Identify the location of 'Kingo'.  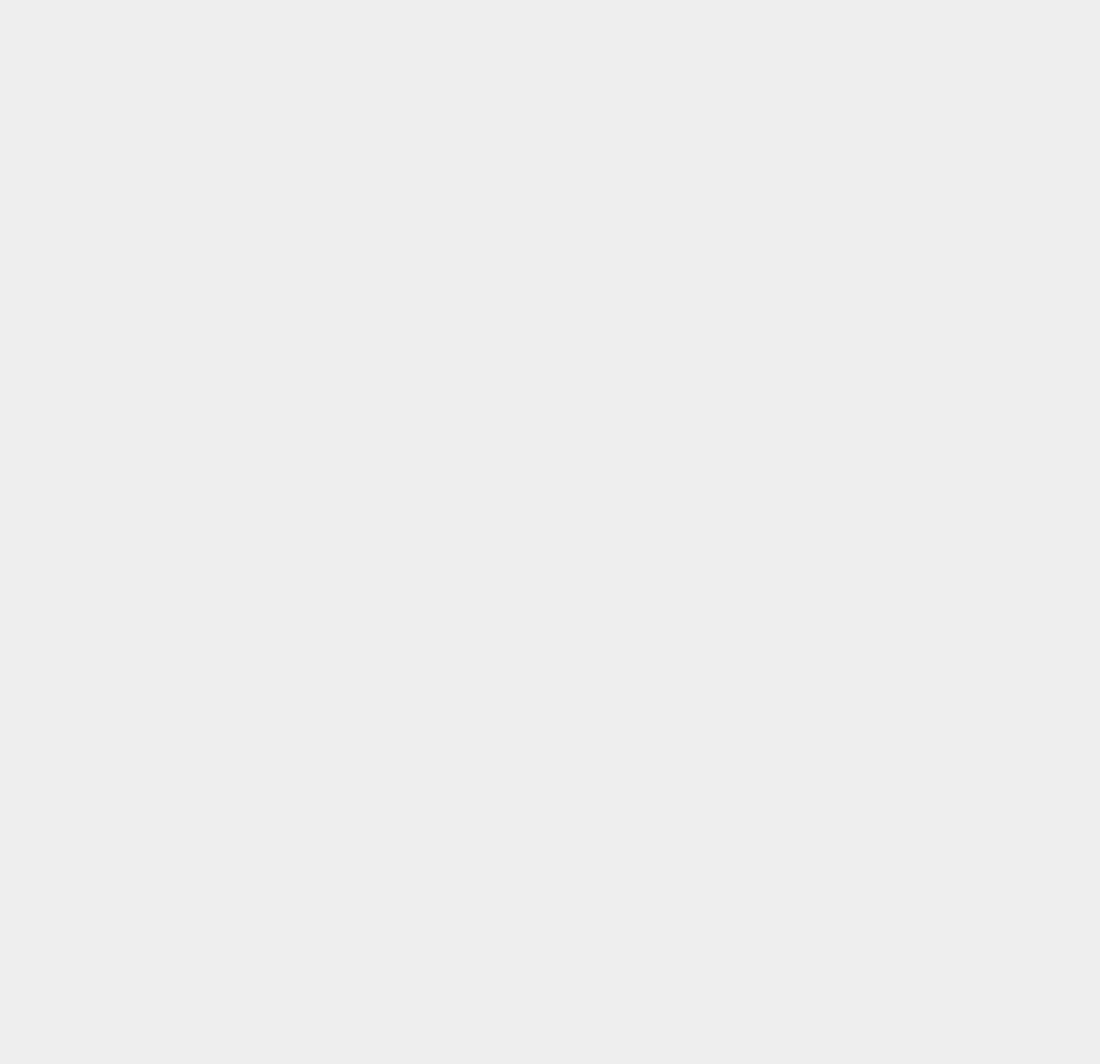
(795, 886).